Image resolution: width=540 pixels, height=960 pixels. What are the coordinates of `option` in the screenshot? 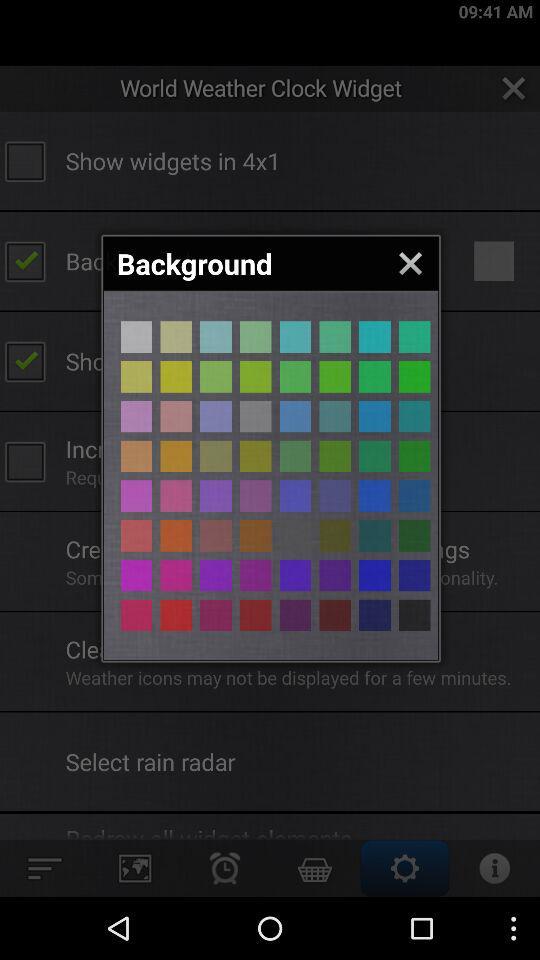 It's located at (335, 575).